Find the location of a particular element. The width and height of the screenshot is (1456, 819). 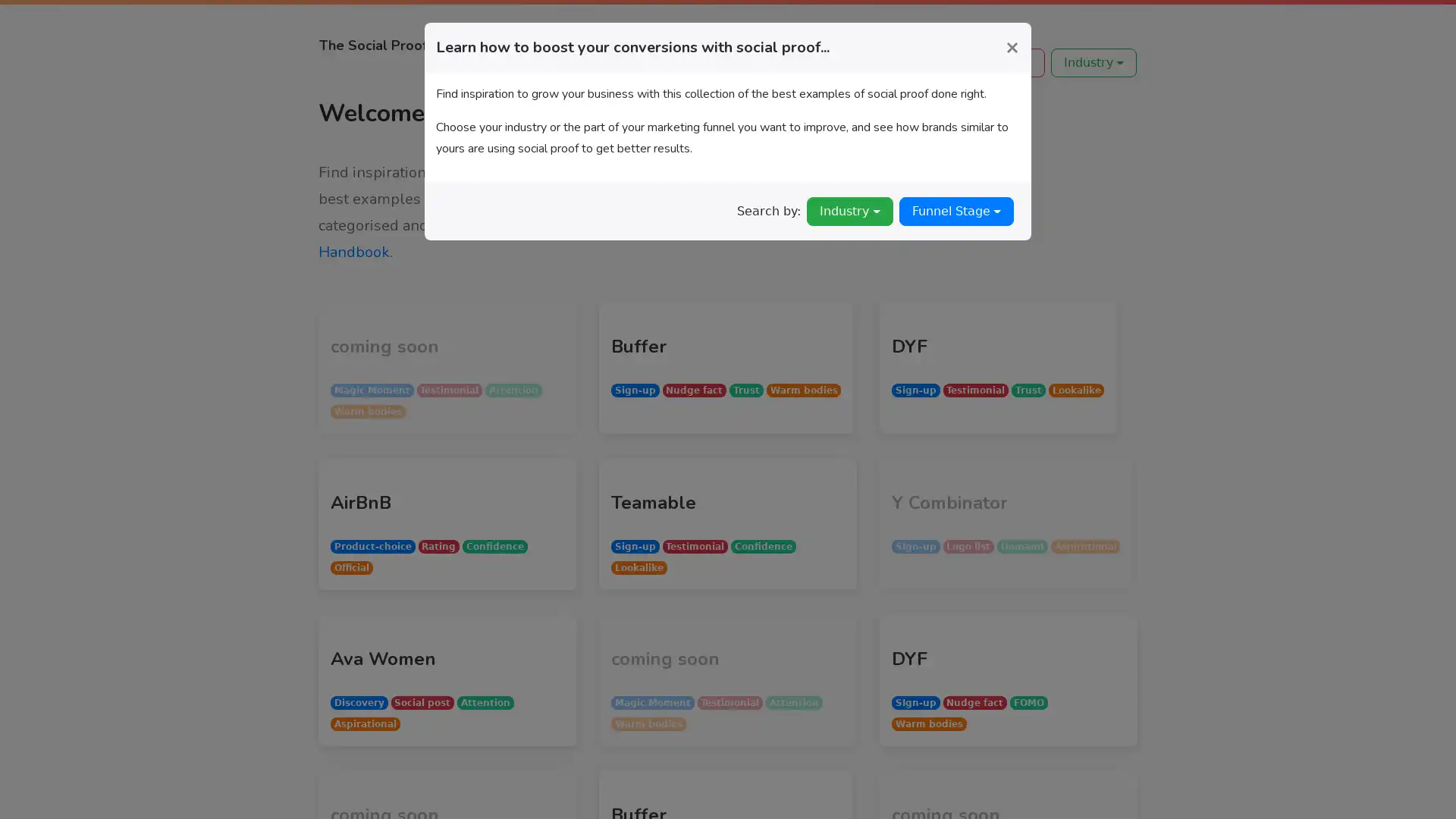

Close is located at coordinates (1012, 45).